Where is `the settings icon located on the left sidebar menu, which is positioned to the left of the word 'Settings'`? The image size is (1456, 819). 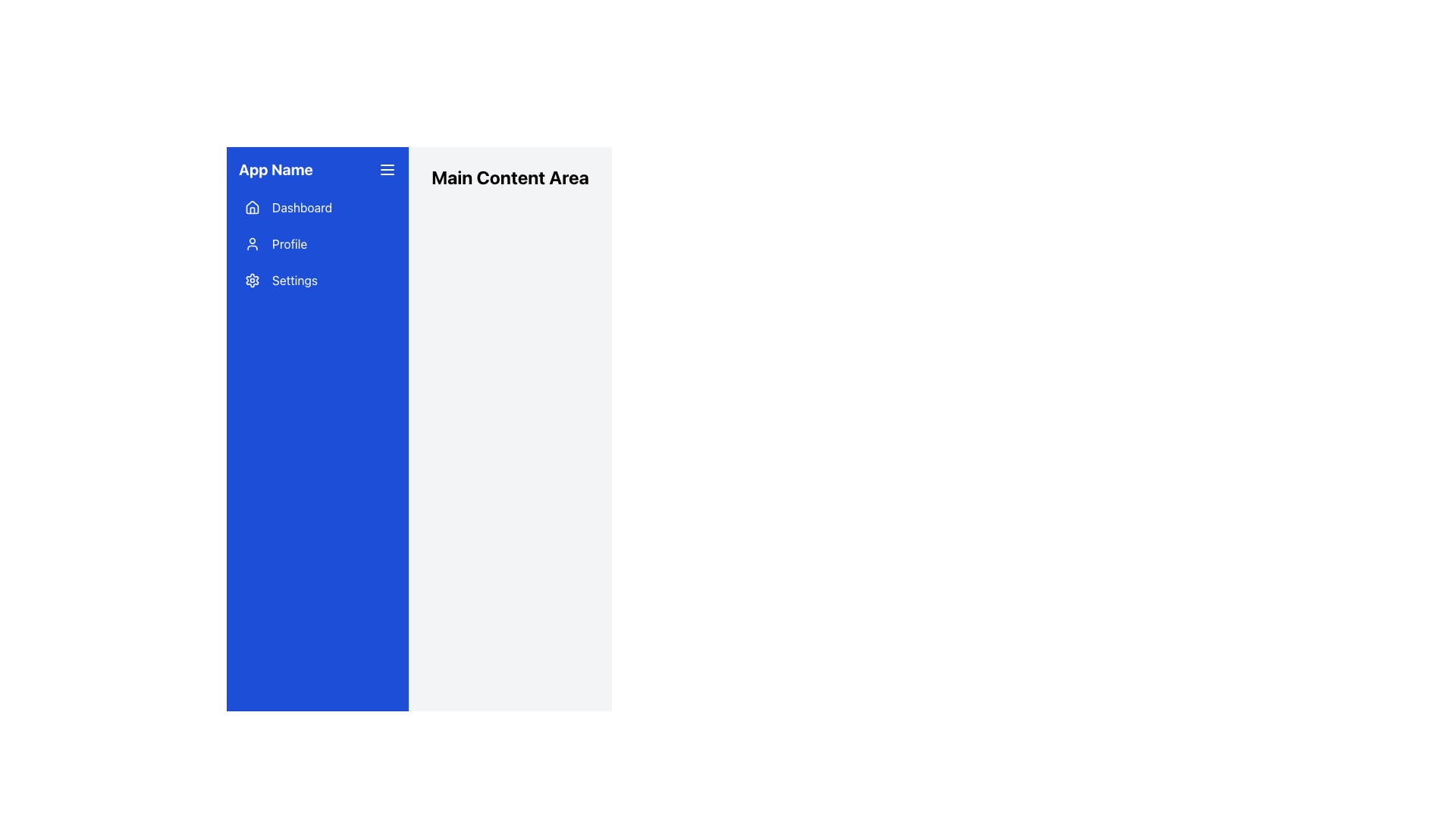
the settings icon located on the left sidebar menu, which is positioned to the left of the word 'Settings' is located at coordinates (252, 281).